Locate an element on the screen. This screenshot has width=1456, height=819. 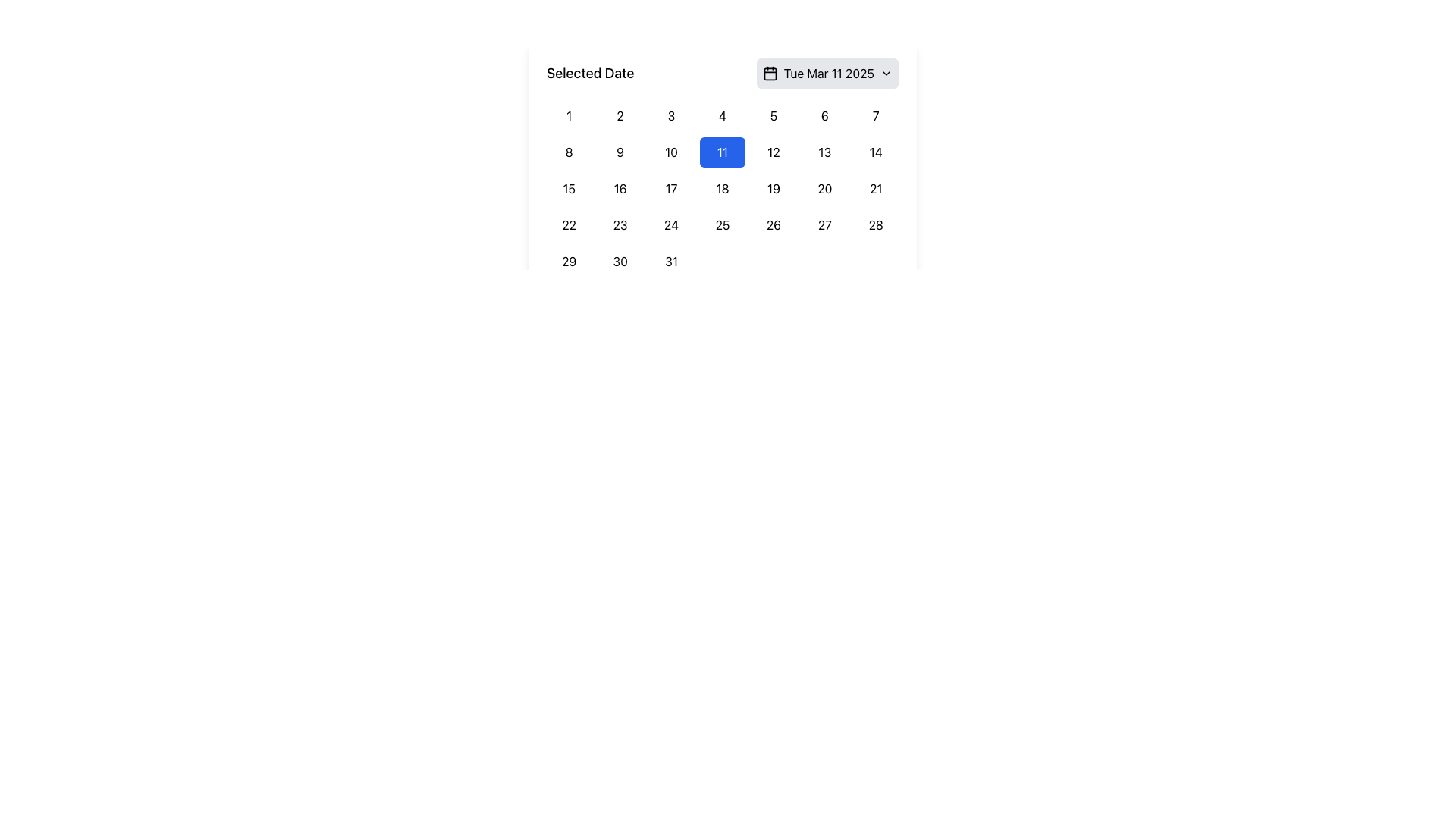
the button representing the date '10' on the calendar interface is located at coordinates (670, 152).